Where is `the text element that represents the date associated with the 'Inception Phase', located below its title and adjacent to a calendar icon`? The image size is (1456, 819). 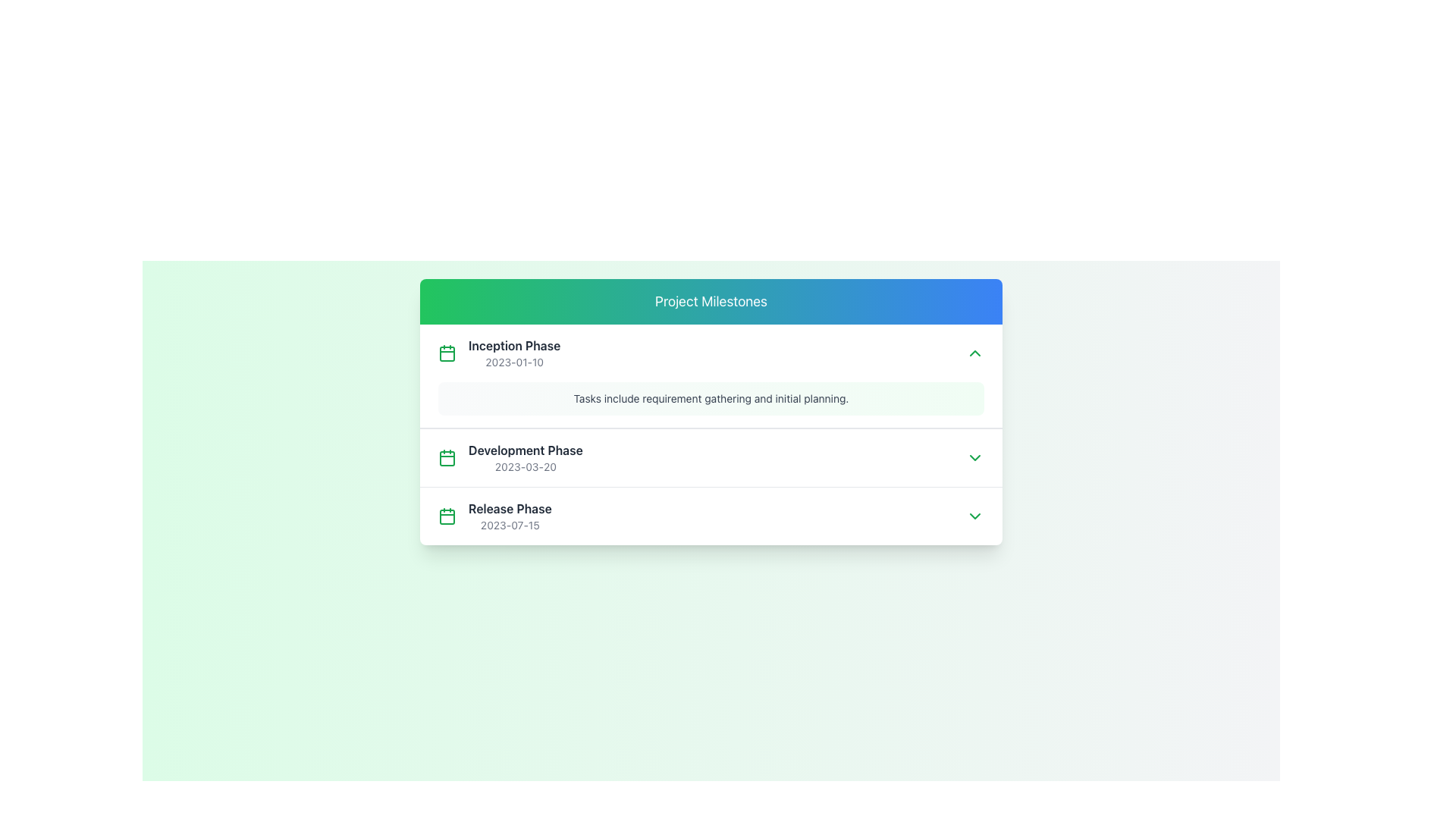 the text element that represents the date associated with the 'Inception Phase', located below its title and adjacent to a calendar icon is located at coordinates (514, 362).